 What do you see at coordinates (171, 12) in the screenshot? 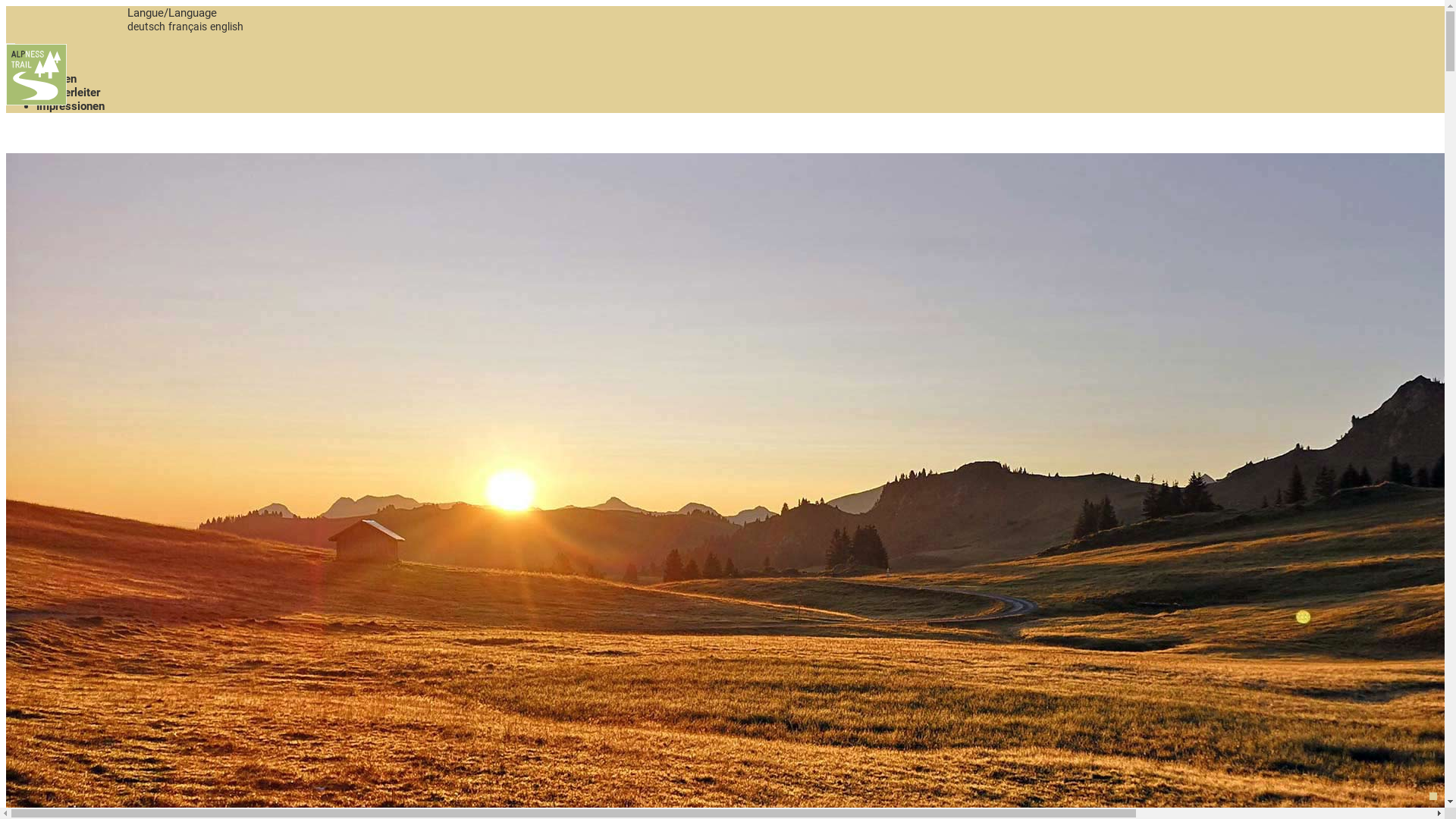
I see `'Langue/Language'` at bounding box center [171, 12].